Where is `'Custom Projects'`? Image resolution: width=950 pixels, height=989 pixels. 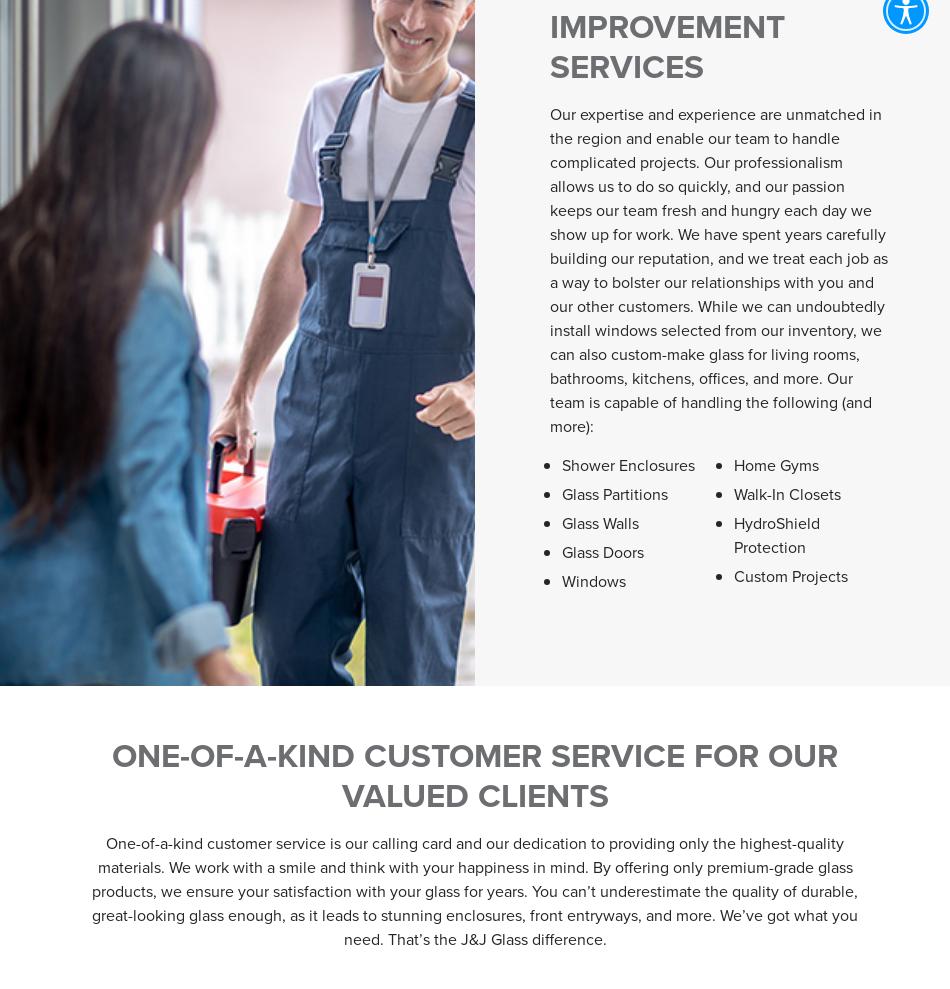 'Custom Projects' is located at coordinates (789, 574).